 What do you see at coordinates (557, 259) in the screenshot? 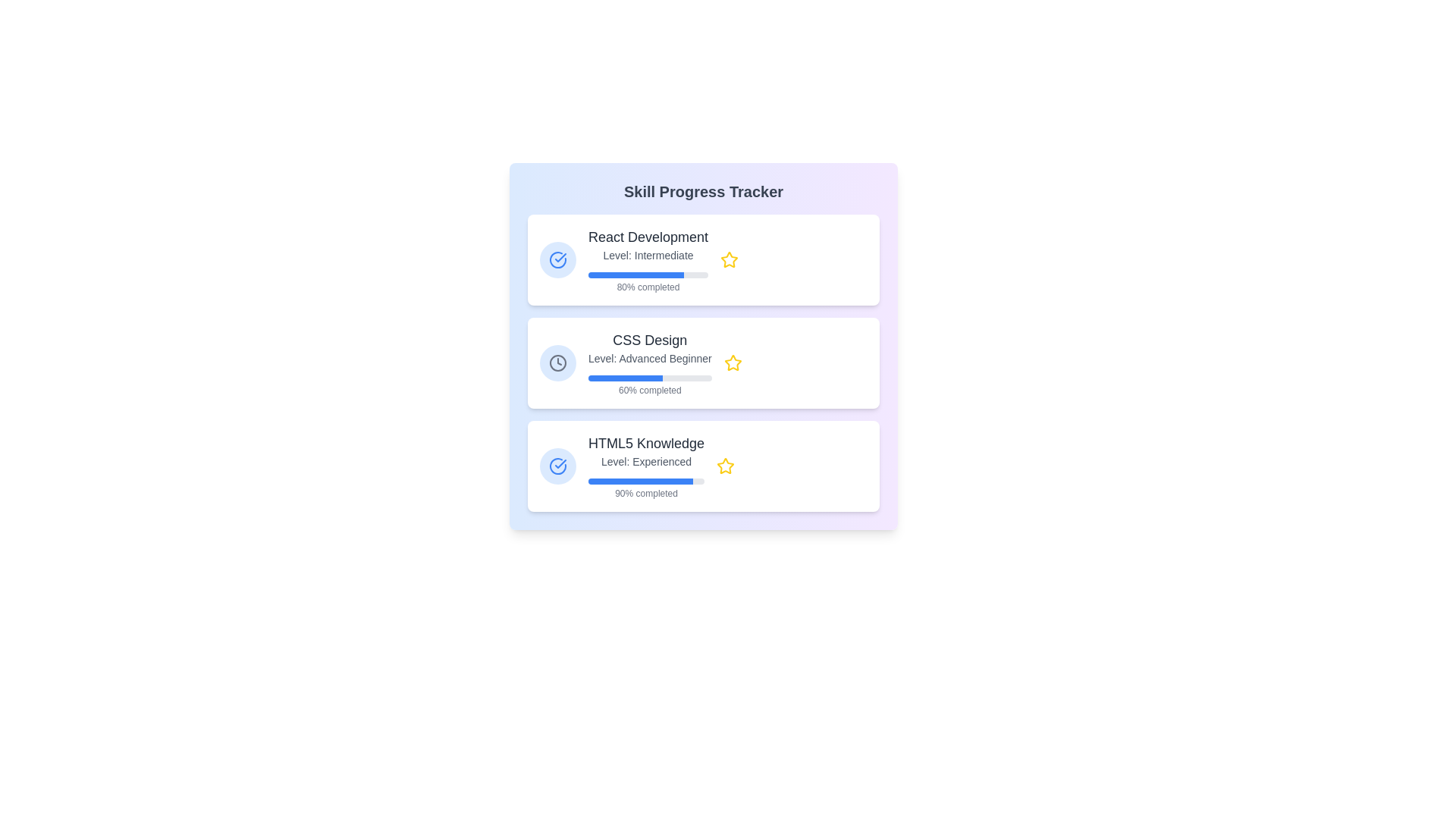
I see `the blue circular icon with a white checkmark located to the left of the 'React Development' text in the first item of the vertical list` at bounding box center [557, 259].